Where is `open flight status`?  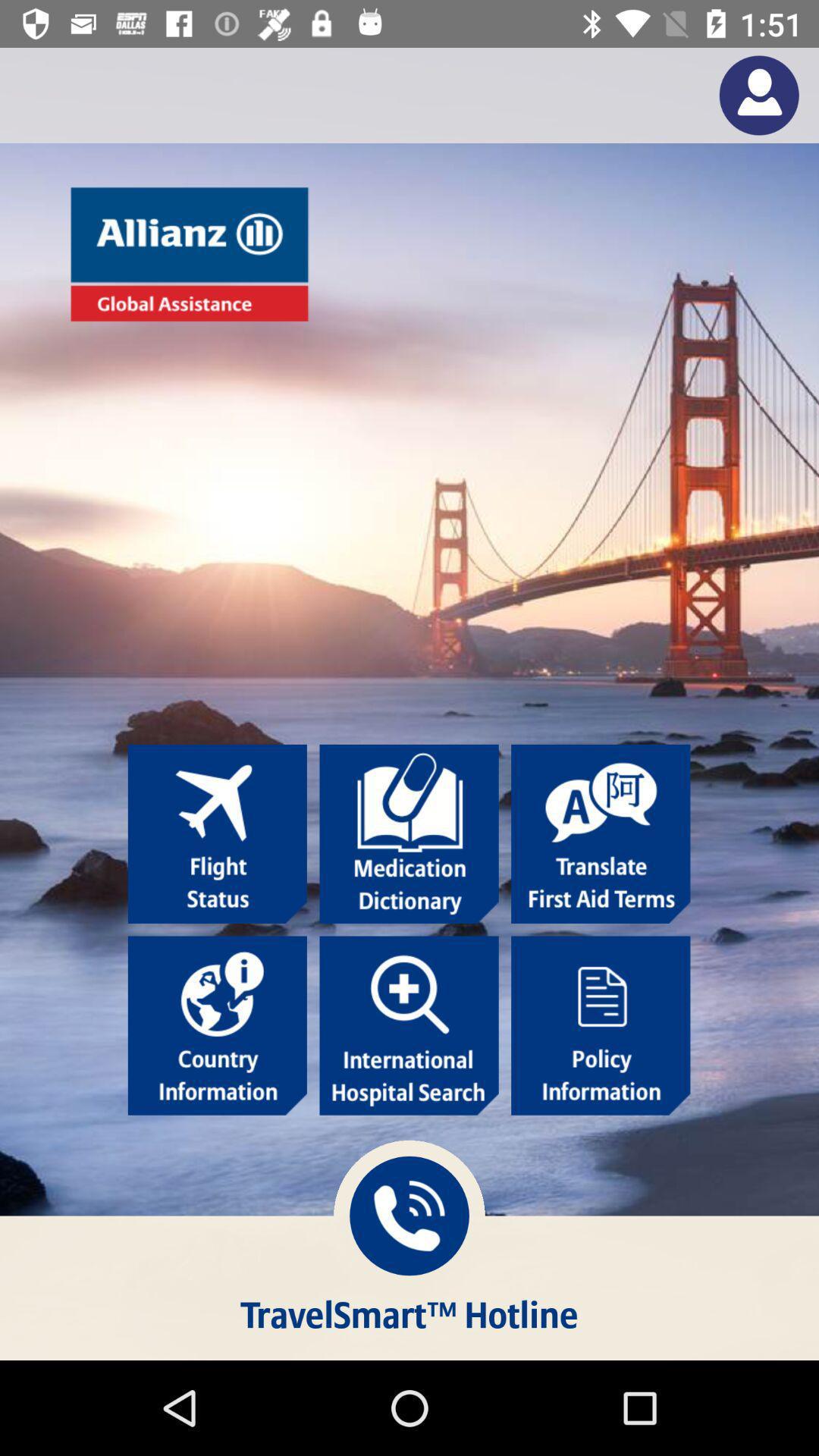 open flight status is located at coordinates (217, 833).